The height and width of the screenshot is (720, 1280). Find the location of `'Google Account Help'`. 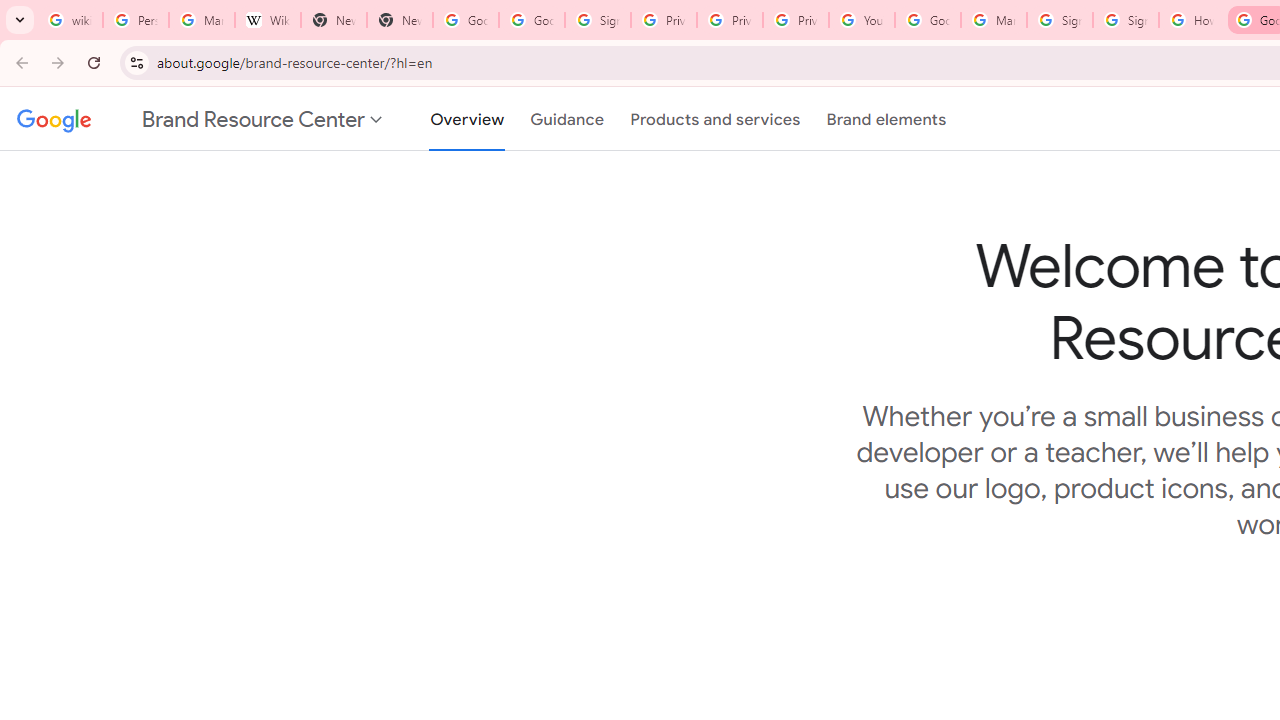

'Google Account Help' is located at coordinates (927, 20).